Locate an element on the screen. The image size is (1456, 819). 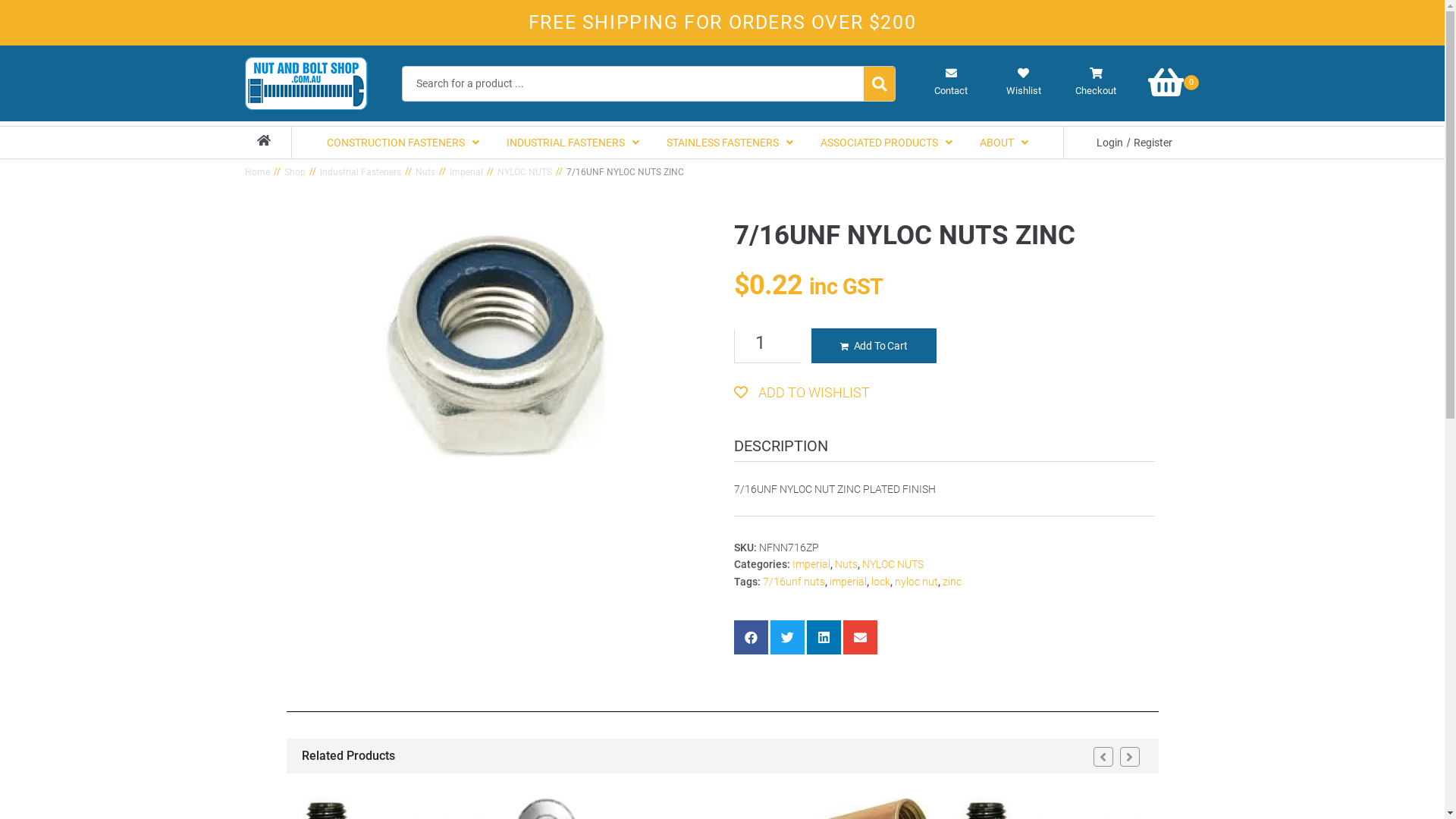
'imperial' is located at coordinates (829, 581).